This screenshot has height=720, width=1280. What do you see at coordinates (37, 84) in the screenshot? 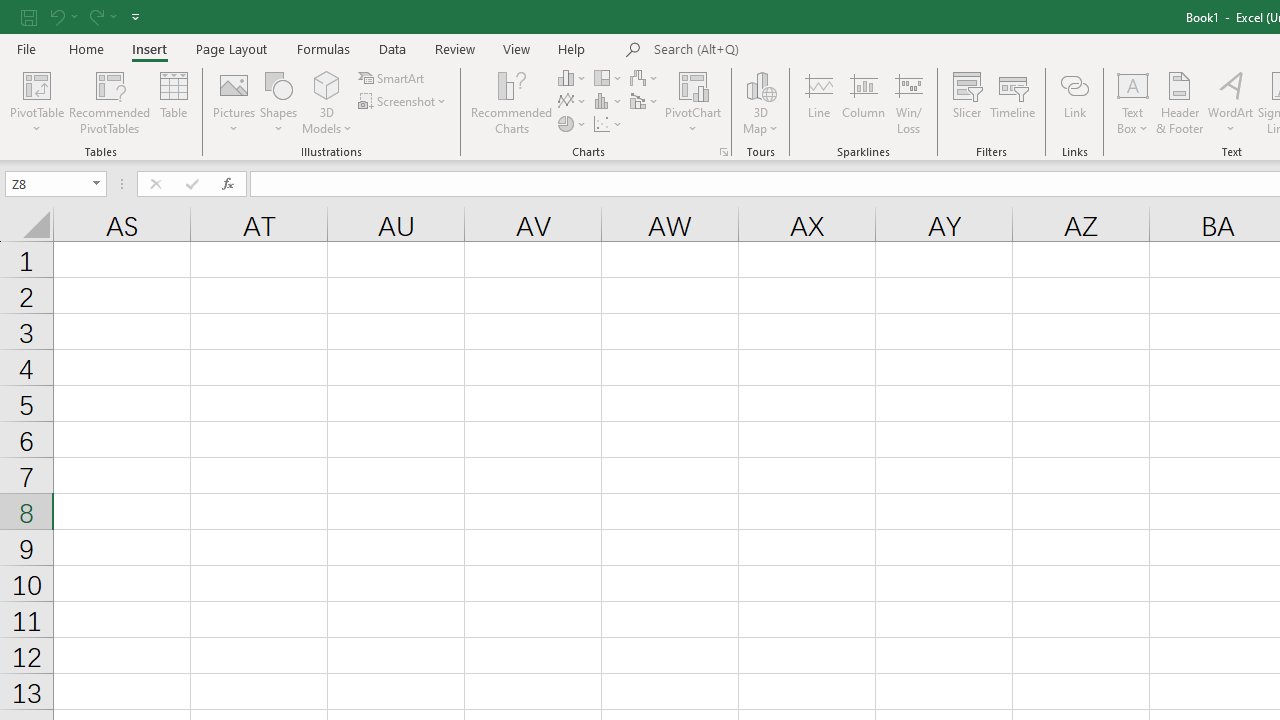
I see `'PivotTable'` at bounding box center [37, 84].